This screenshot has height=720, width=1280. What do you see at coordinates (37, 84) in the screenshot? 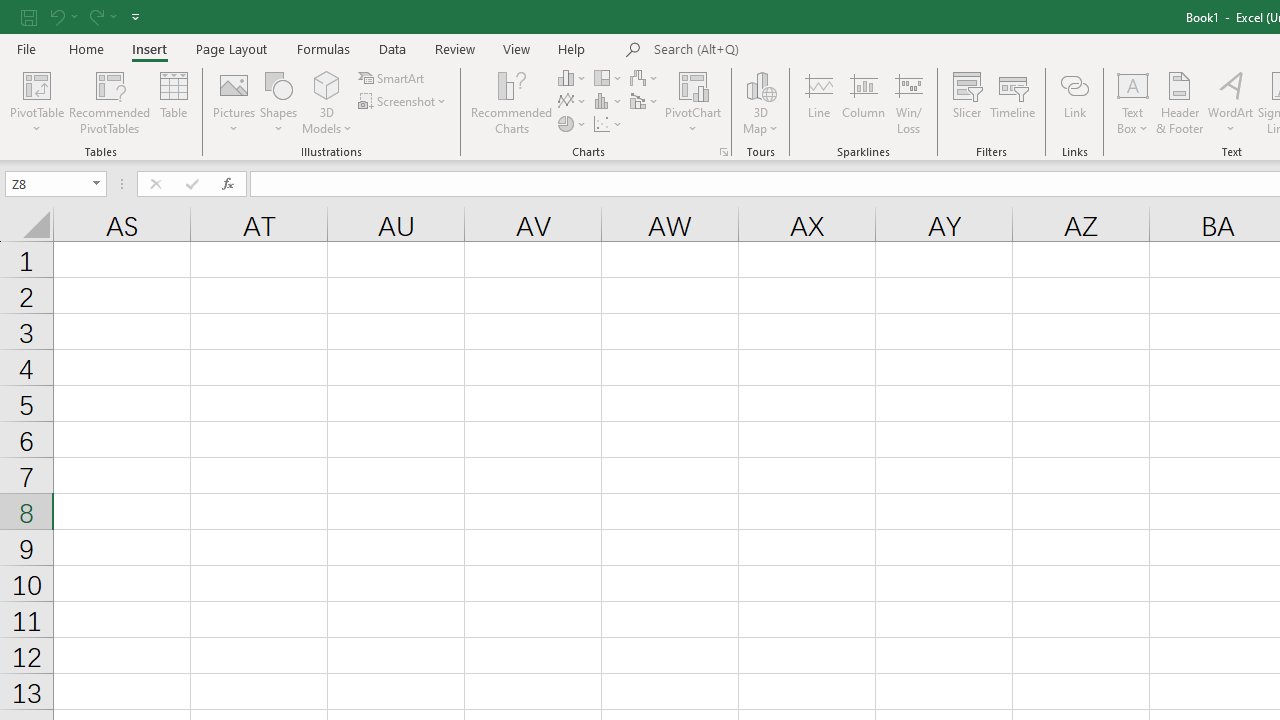
I see `'PivotTable'` at bounding box center [37, 84].